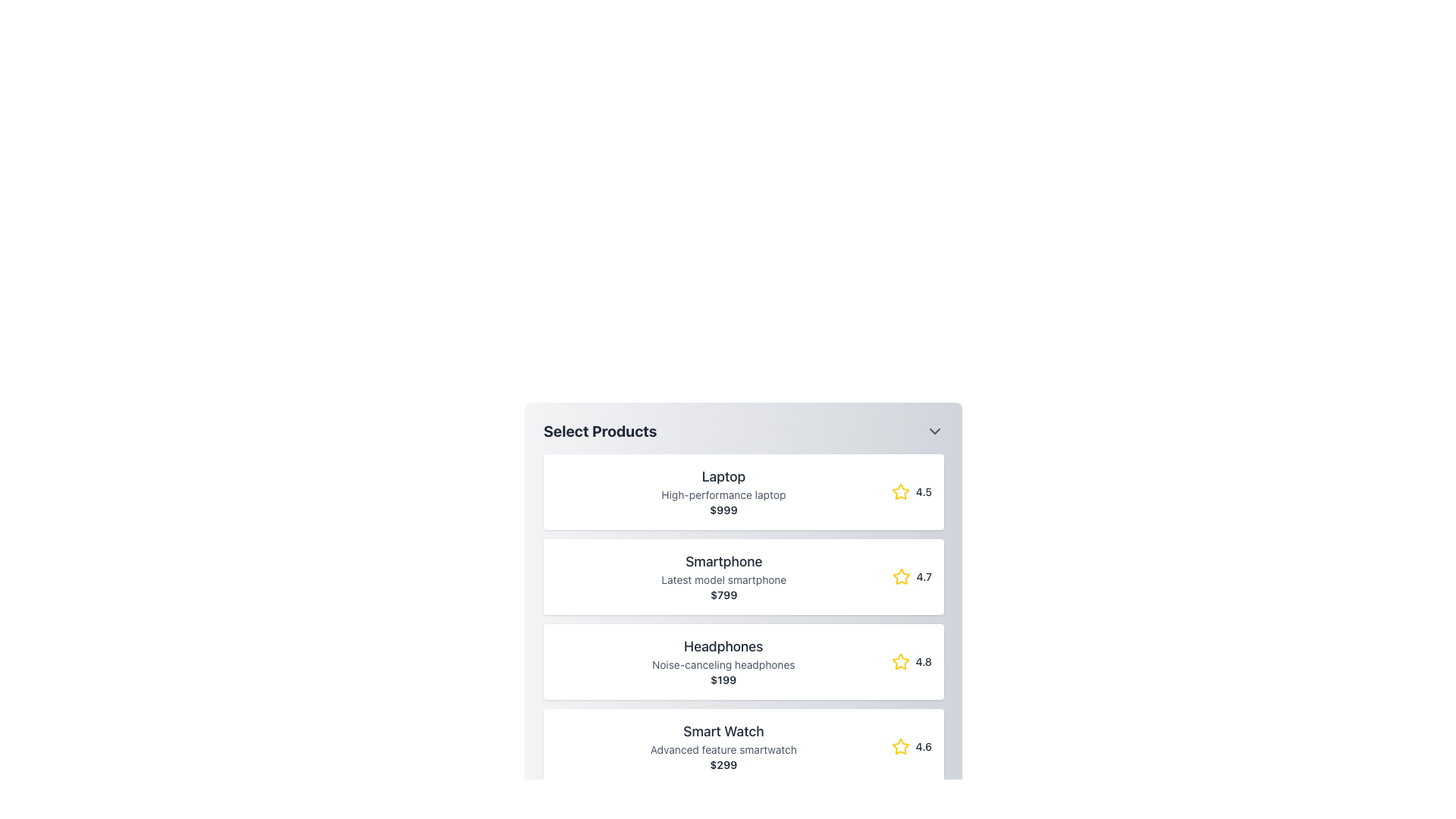  What do you see at coordinates (911, 491) in the screenshot?
I see `the rating displayed for the 'Laptop' product, which is visually represented by a star icon and numerical value located at the end of the product row labeled 'Laptop'` at bounding box center [911, 491].